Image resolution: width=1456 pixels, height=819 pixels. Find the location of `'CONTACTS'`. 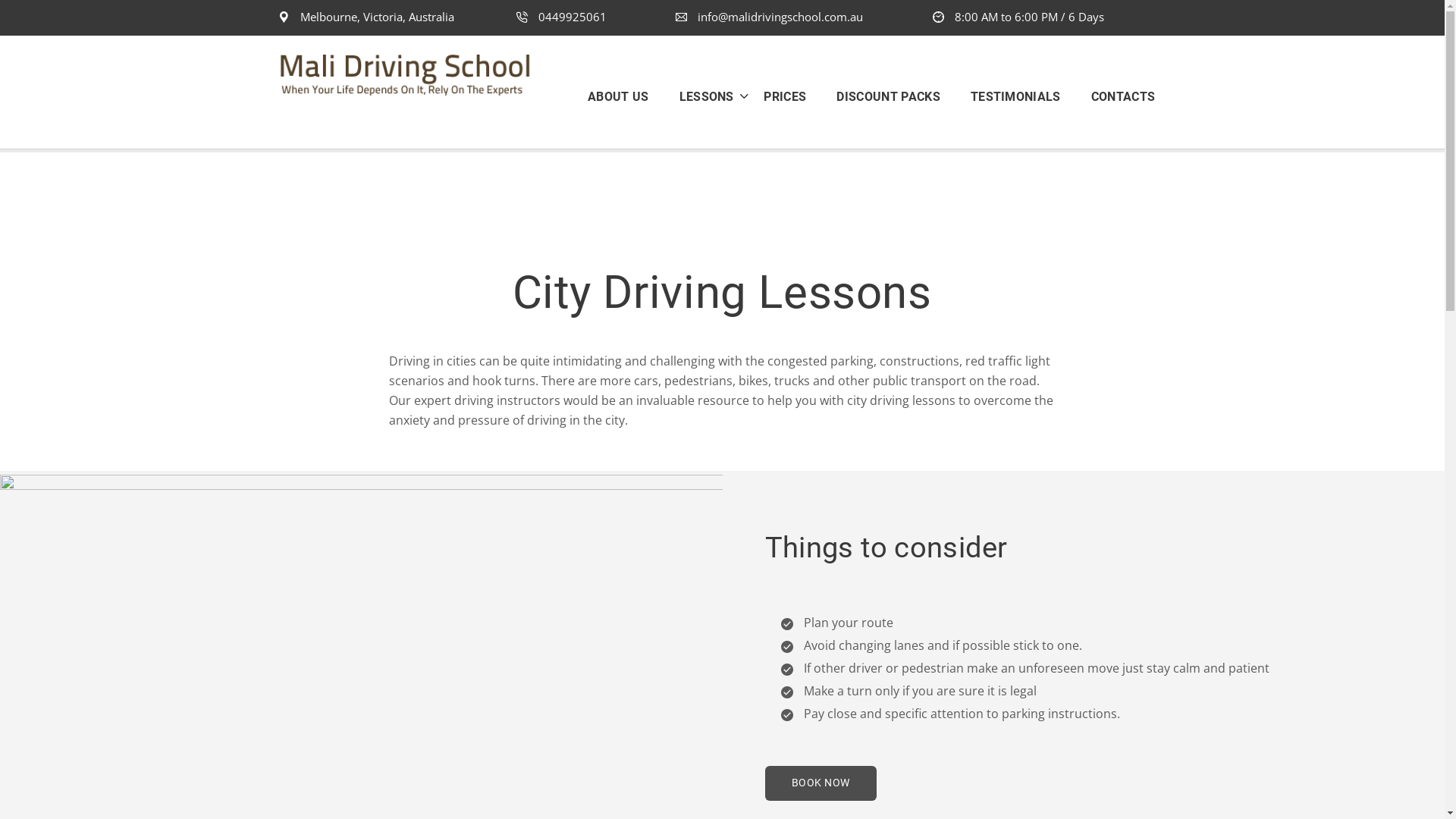

'CONTACTS' is located at coordinates (1116, 96).